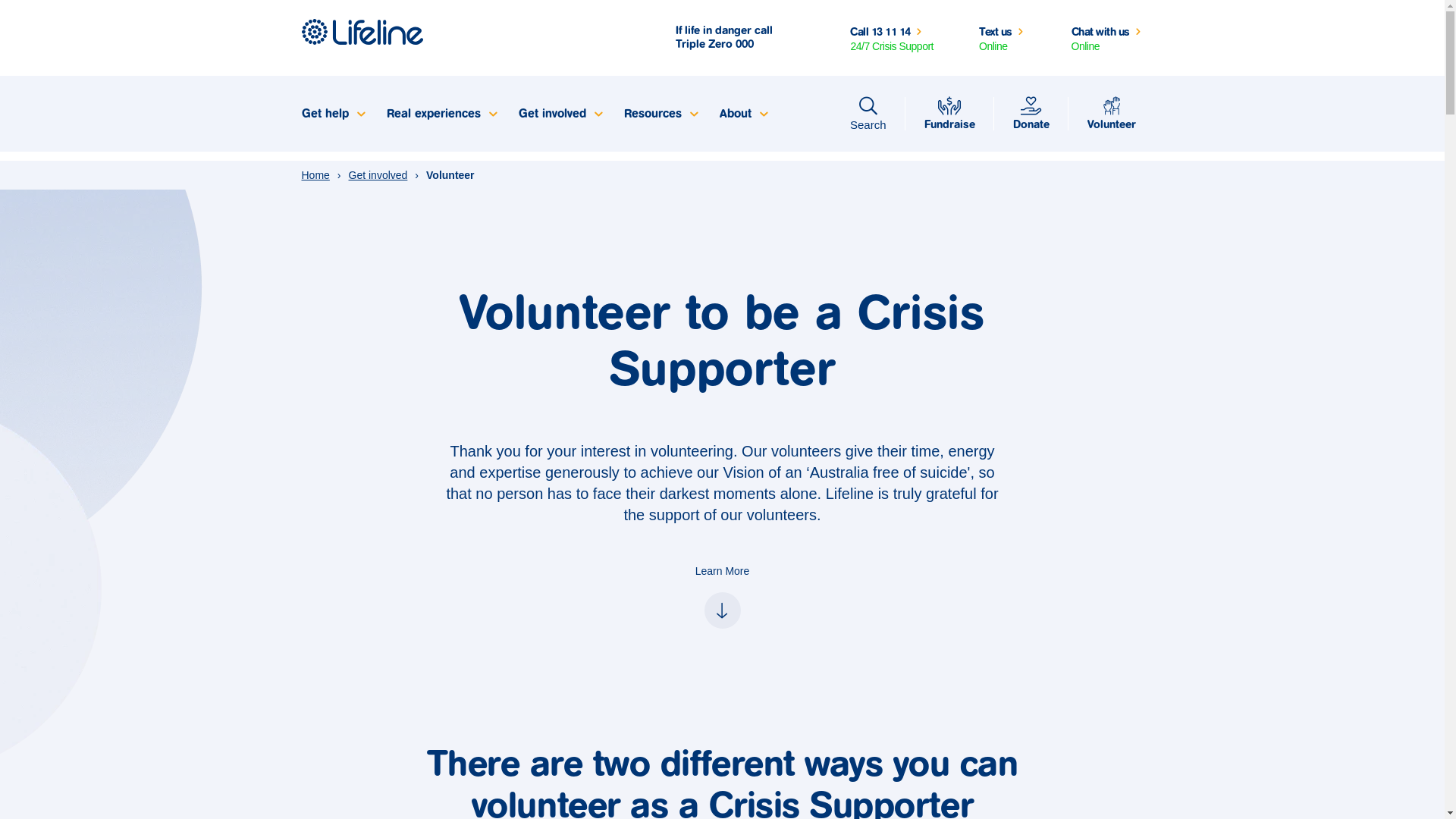  I want to click on 'Fundraise', so click(949, 113).